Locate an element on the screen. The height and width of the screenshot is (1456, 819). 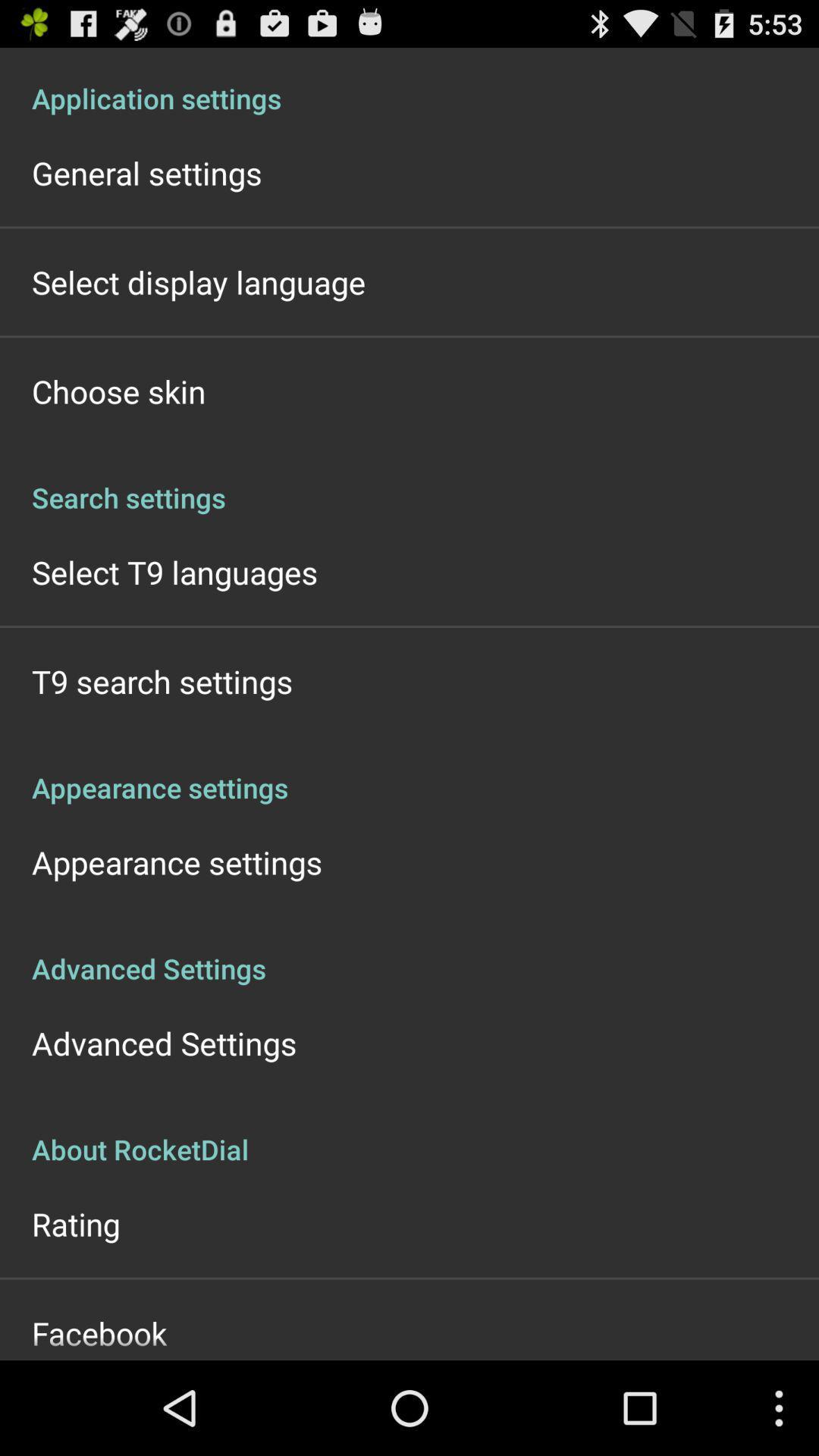
item above the t9 search settings is located at coordinates (174, 571).